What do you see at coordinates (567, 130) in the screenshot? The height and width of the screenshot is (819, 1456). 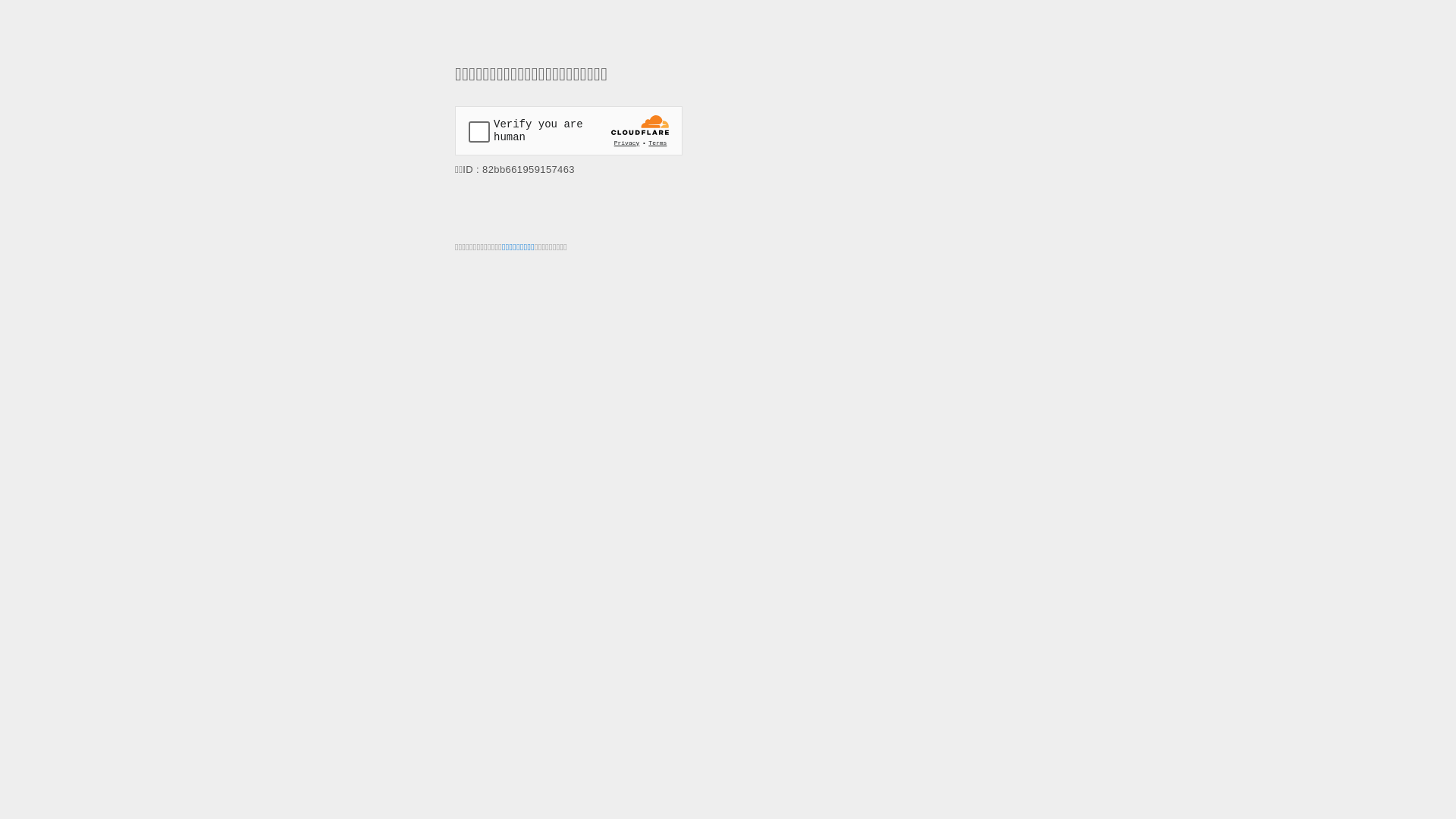 I see `'Widget containing a Cloudflare security challenge'` at bounding box center [567, 130].